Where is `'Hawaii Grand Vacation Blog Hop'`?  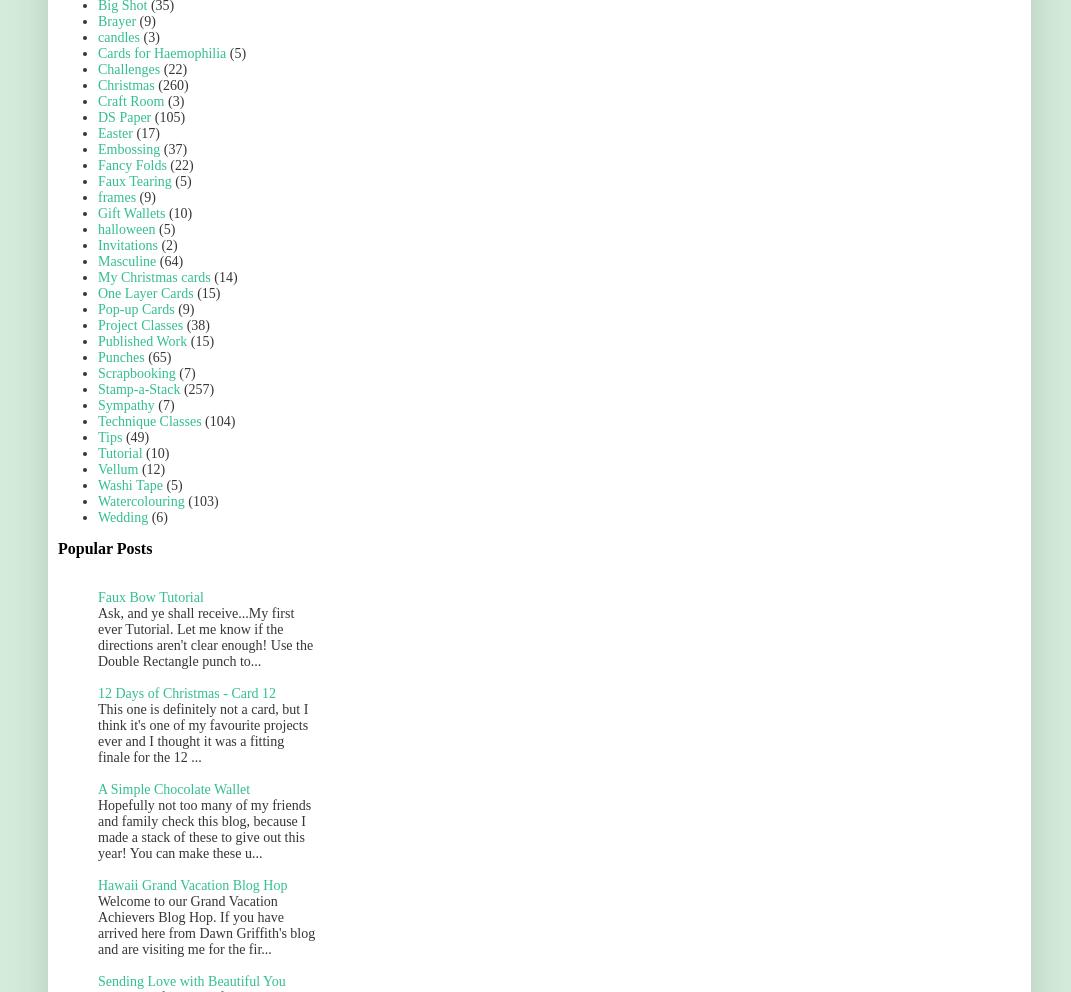
'Hawaii Grand Vacation Blog Hop' is located at coordinates (191, 885).